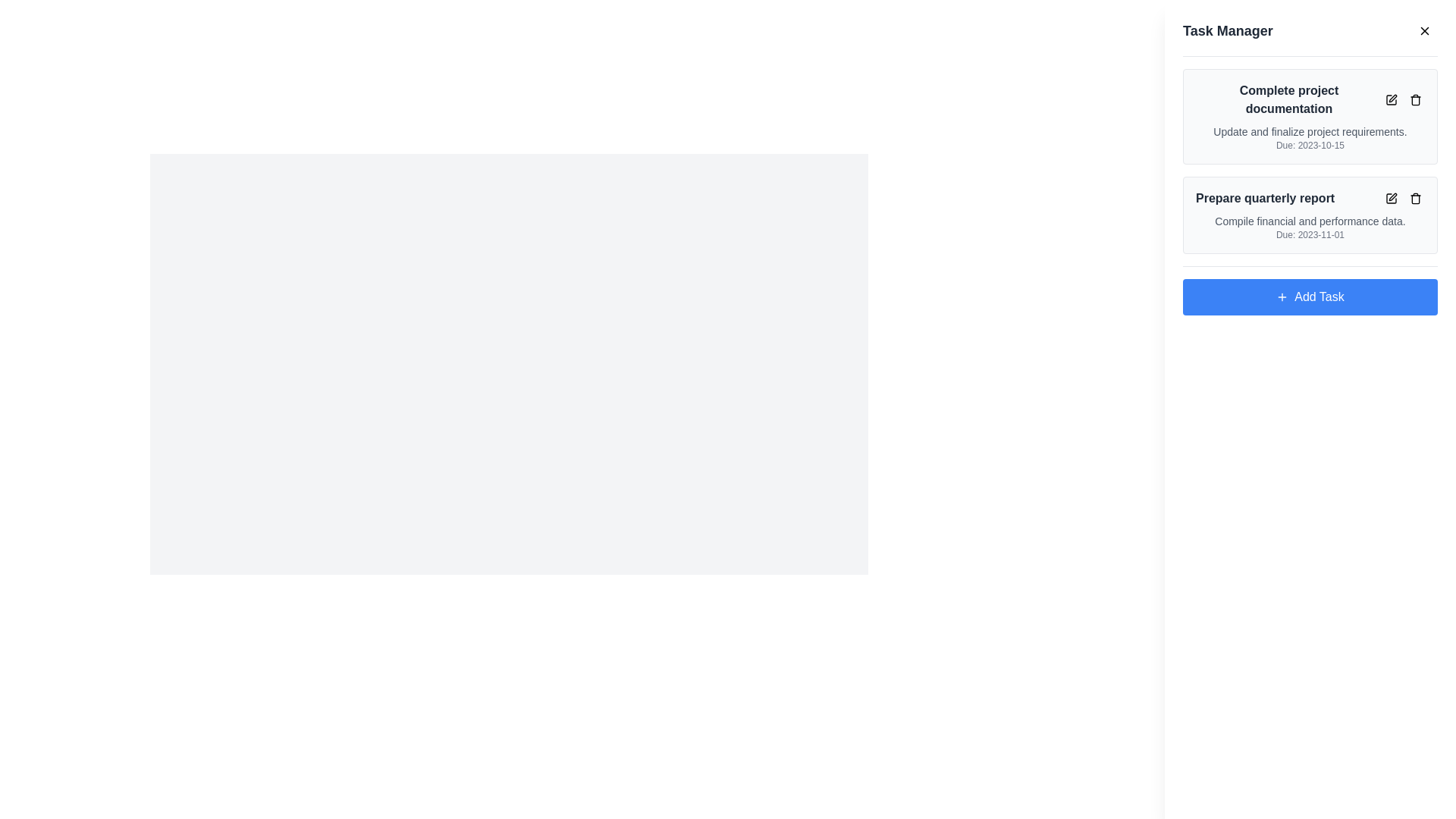 The width and height of the screenshot is (1456, 819). I want to click on text content of the text label displaying 'Due: 2023-10-15', located below the description text 'Update and finalize project requirements' in the task card, so click(1310, 146).